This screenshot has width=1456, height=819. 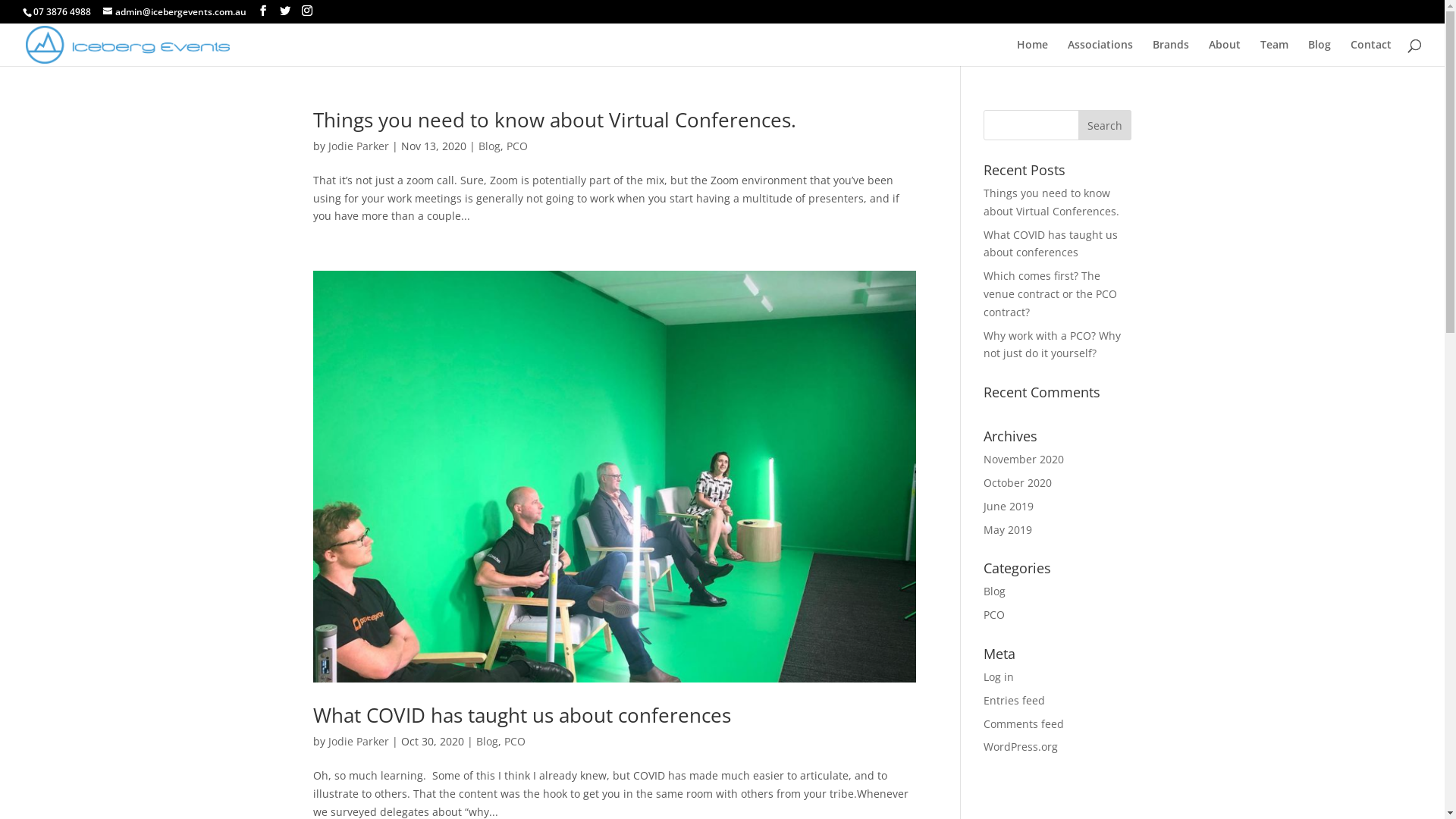 What do you see at coordinates (1023, 458) in the screenshot?
I see `'November 2020'` at bounding box center [1023, 458].